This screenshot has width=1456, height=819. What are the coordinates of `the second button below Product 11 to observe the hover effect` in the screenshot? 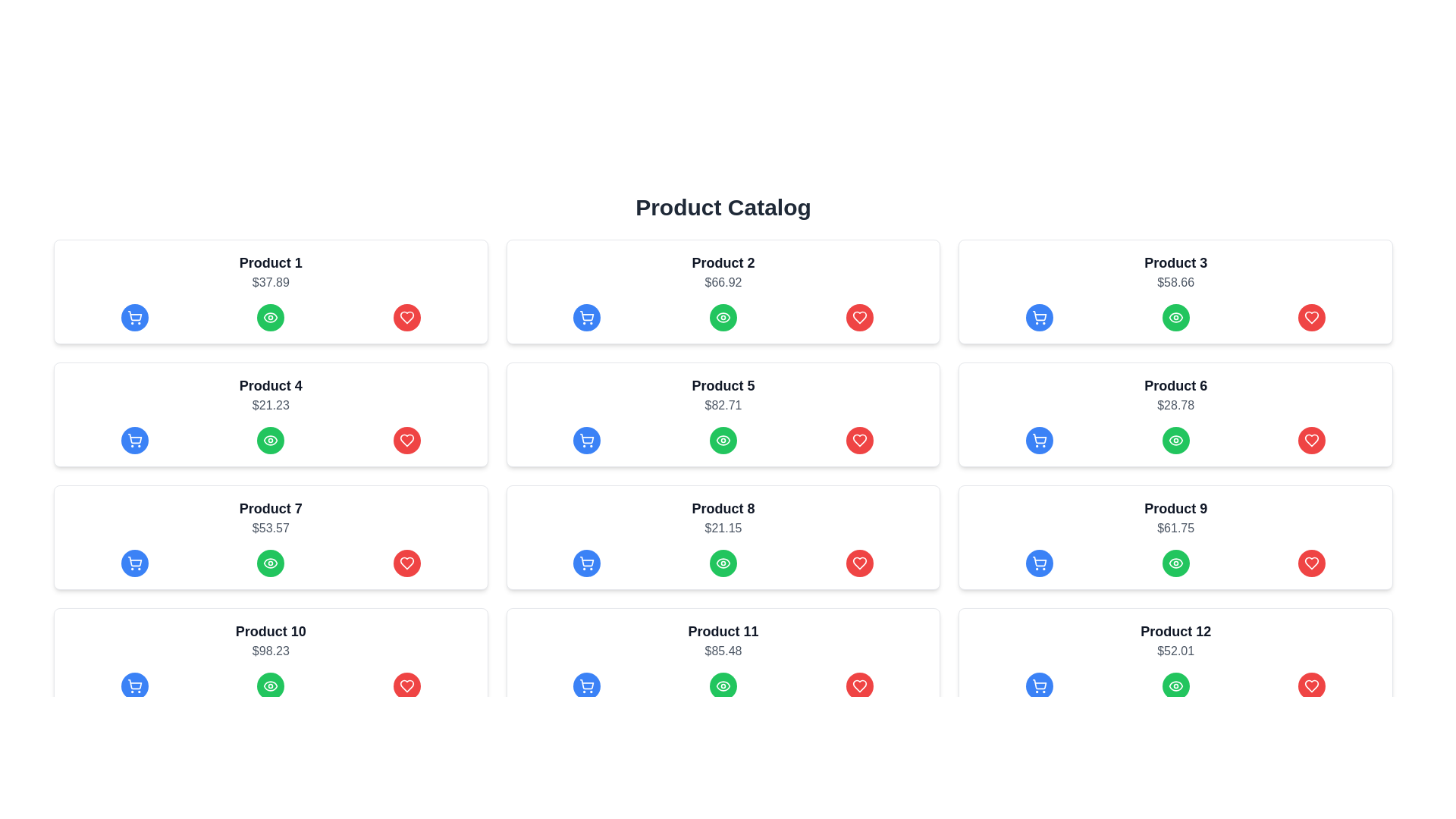 It's located at (723, 686).